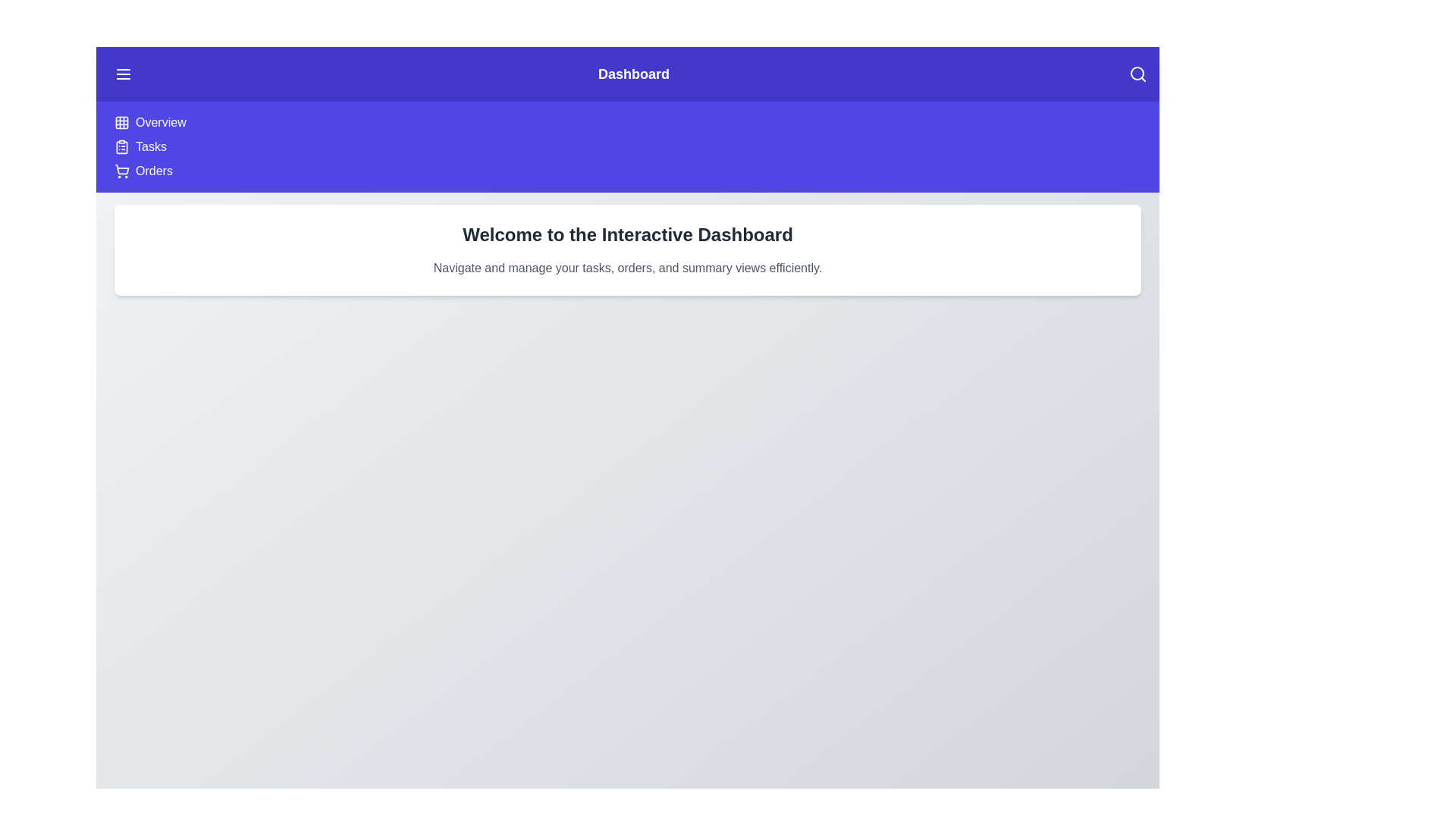  I want to click on the menu item Orders to navigate, so click(153, 171).